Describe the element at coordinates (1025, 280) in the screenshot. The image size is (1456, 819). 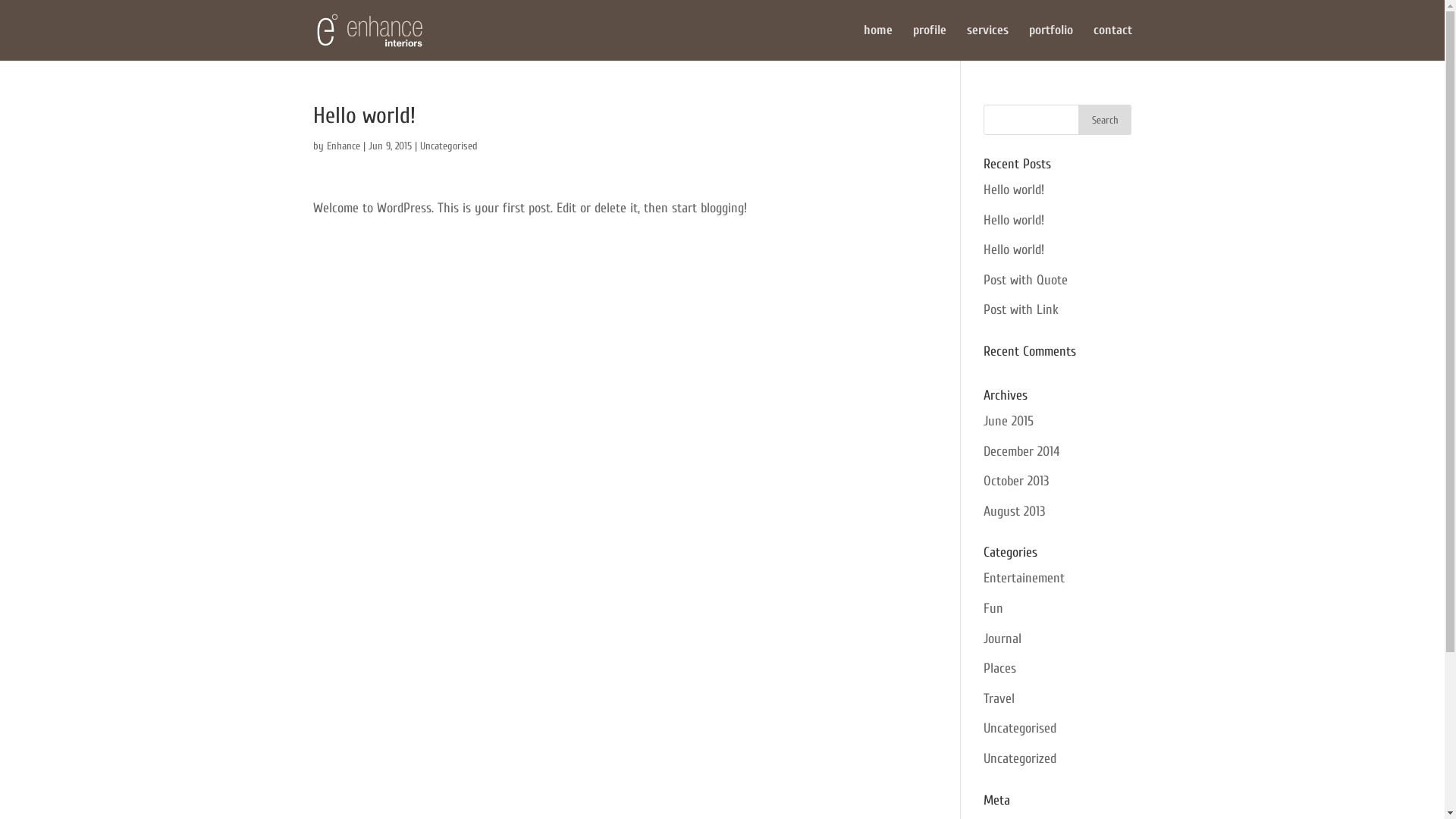
I see `'Post with Quote'` at that location.